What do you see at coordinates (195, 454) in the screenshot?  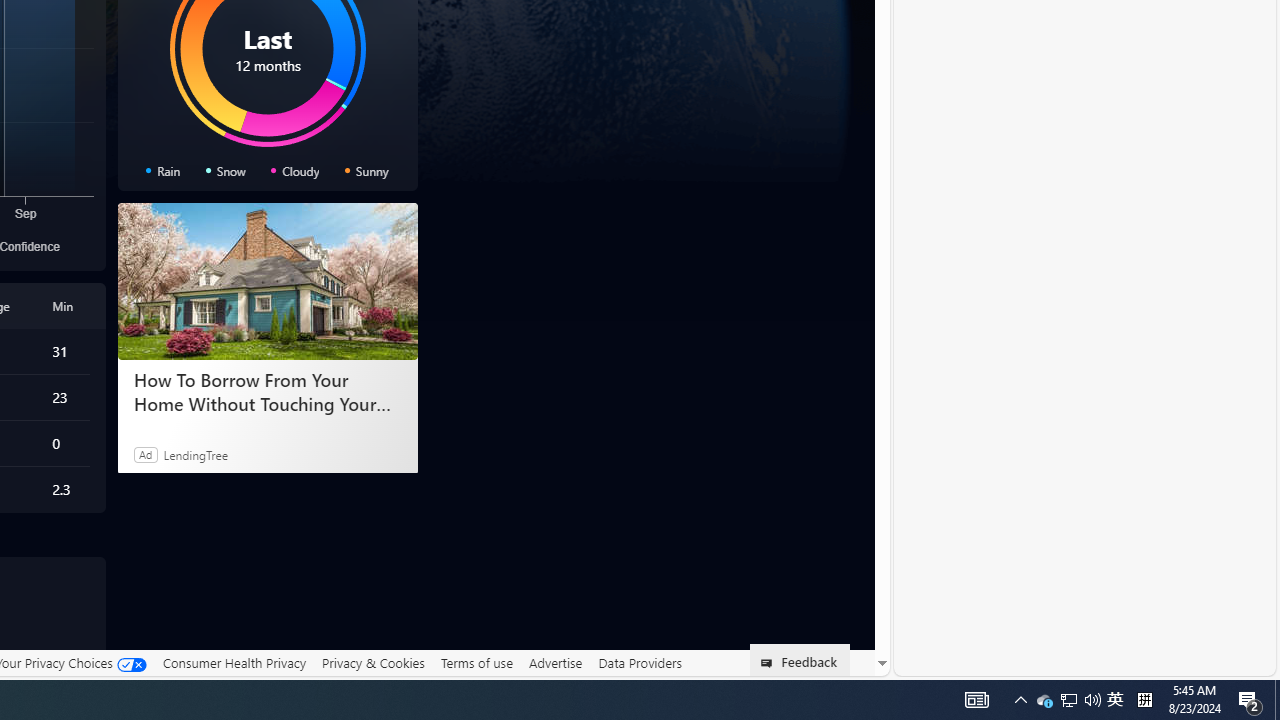 I see `'LendingTree'` at bounding box center [195, 454].